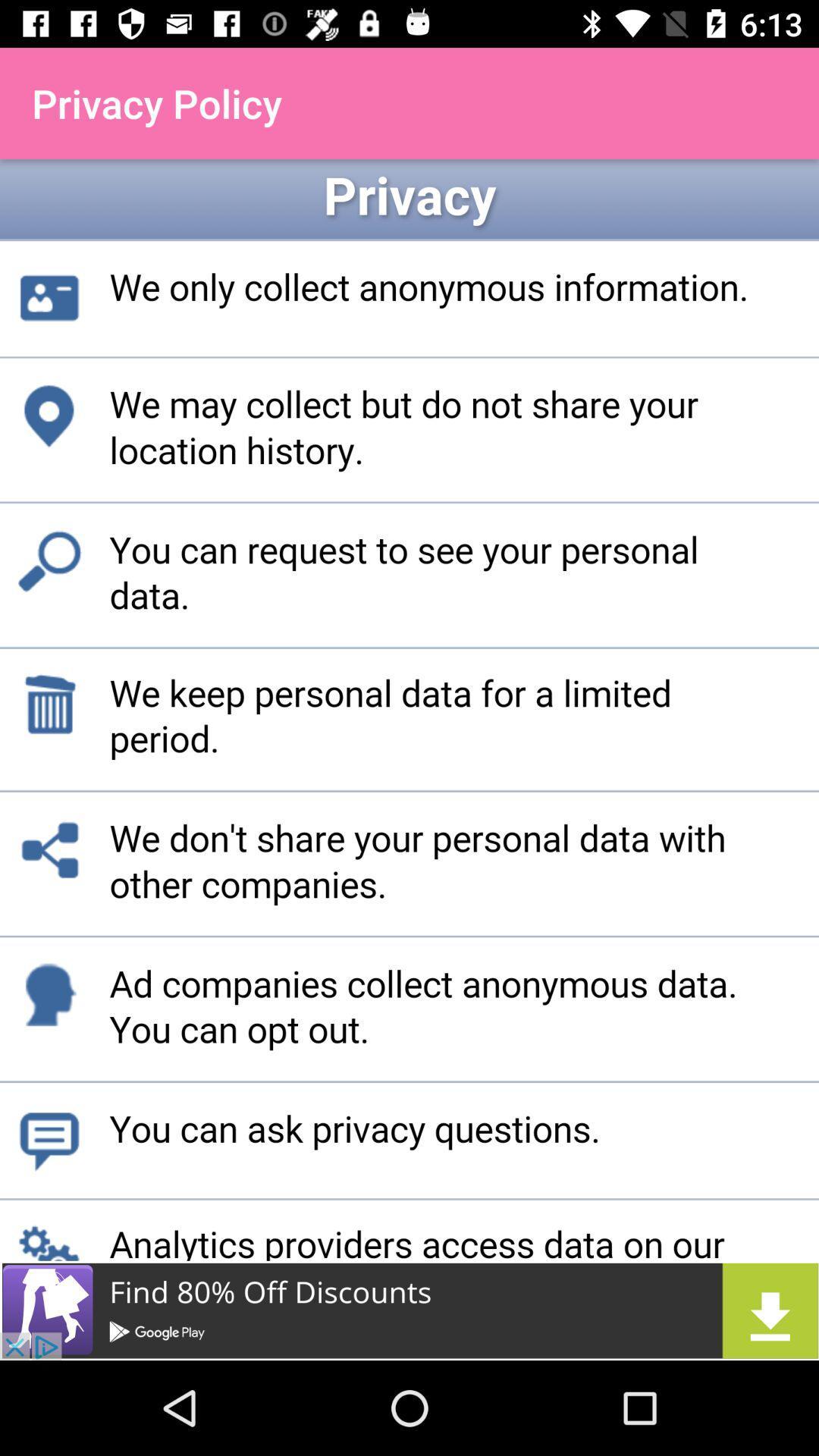 This screenshot has width=819, height=1456. I want to click on open advertisement, so click(409, 1310).